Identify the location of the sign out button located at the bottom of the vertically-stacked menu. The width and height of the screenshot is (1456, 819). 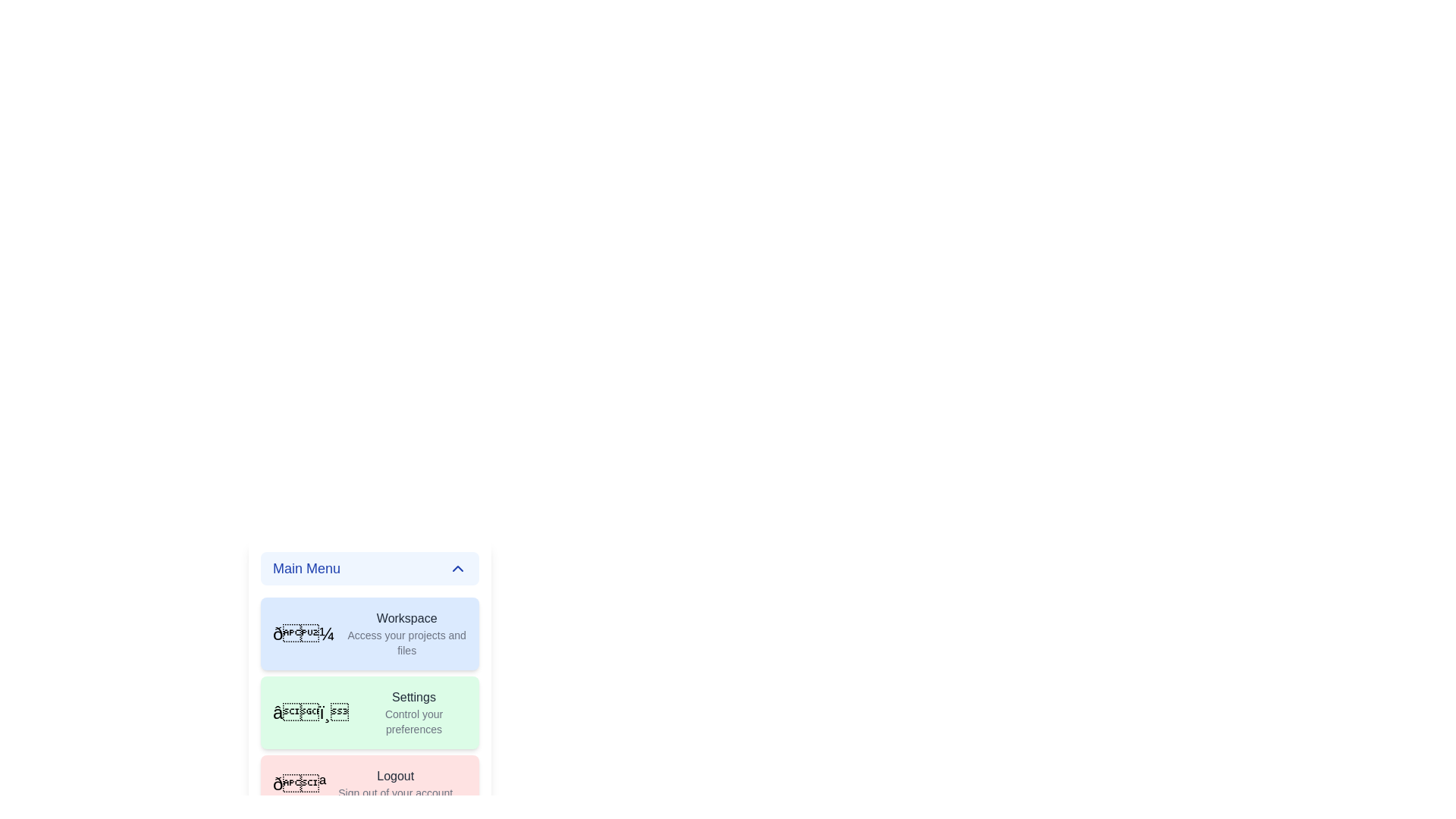
(395, 783).